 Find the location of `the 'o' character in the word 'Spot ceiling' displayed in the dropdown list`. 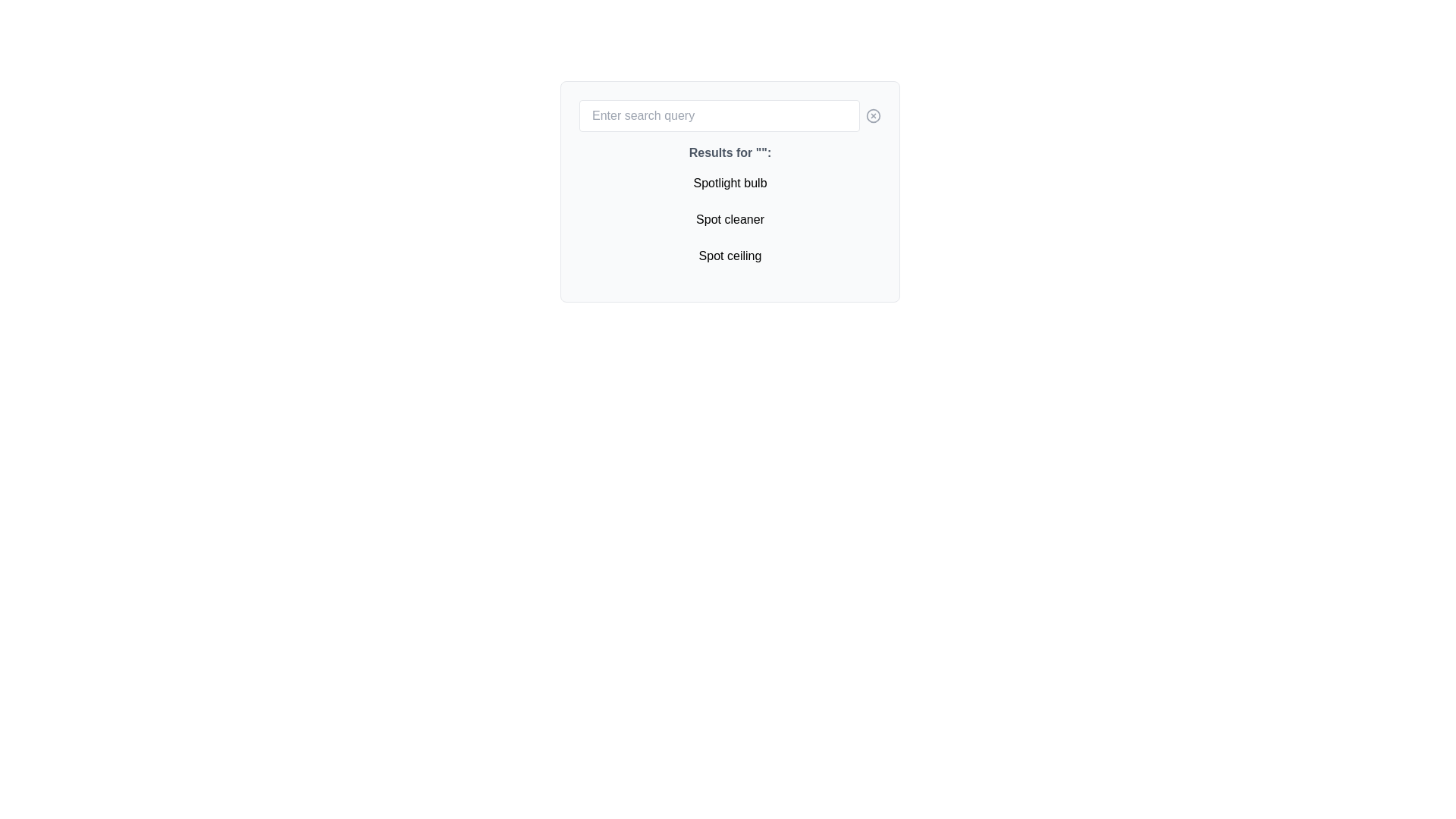

the 'o' character in the word 'Spot ceiling' displayed in the dropdown list is located at coordinates (716, 255).